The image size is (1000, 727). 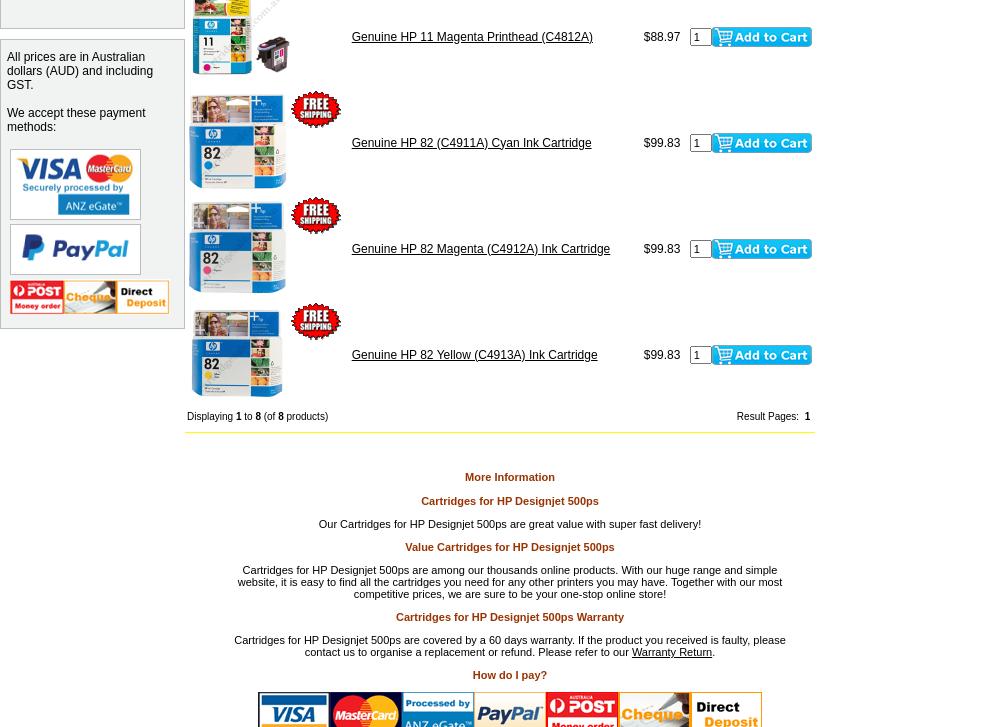 What do you see at coordinates (509, 475) in the screenshot?
I see `'More Information'` at bounding box center [509, 475].